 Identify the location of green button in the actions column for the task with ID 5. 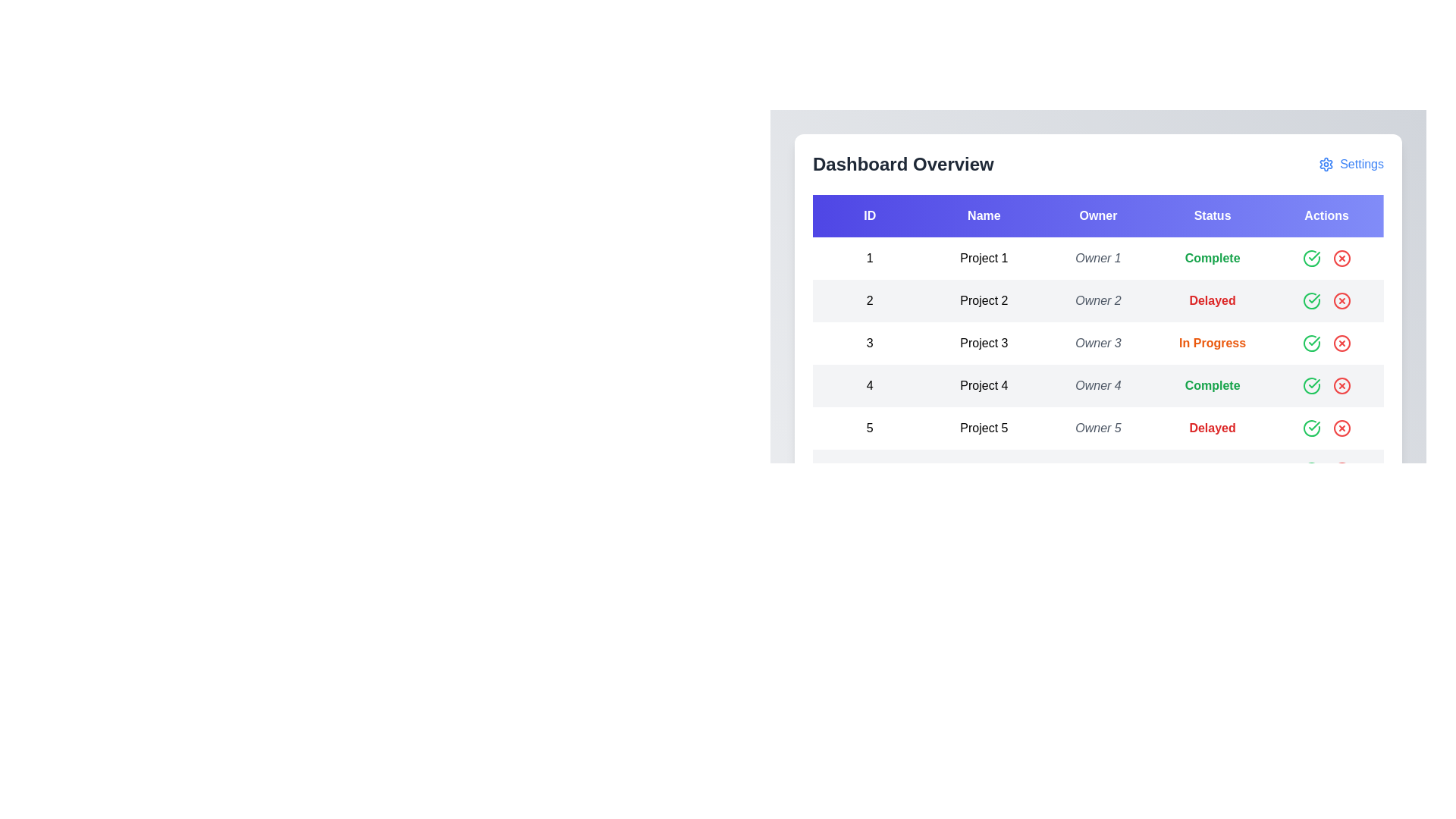
(1310, 428).